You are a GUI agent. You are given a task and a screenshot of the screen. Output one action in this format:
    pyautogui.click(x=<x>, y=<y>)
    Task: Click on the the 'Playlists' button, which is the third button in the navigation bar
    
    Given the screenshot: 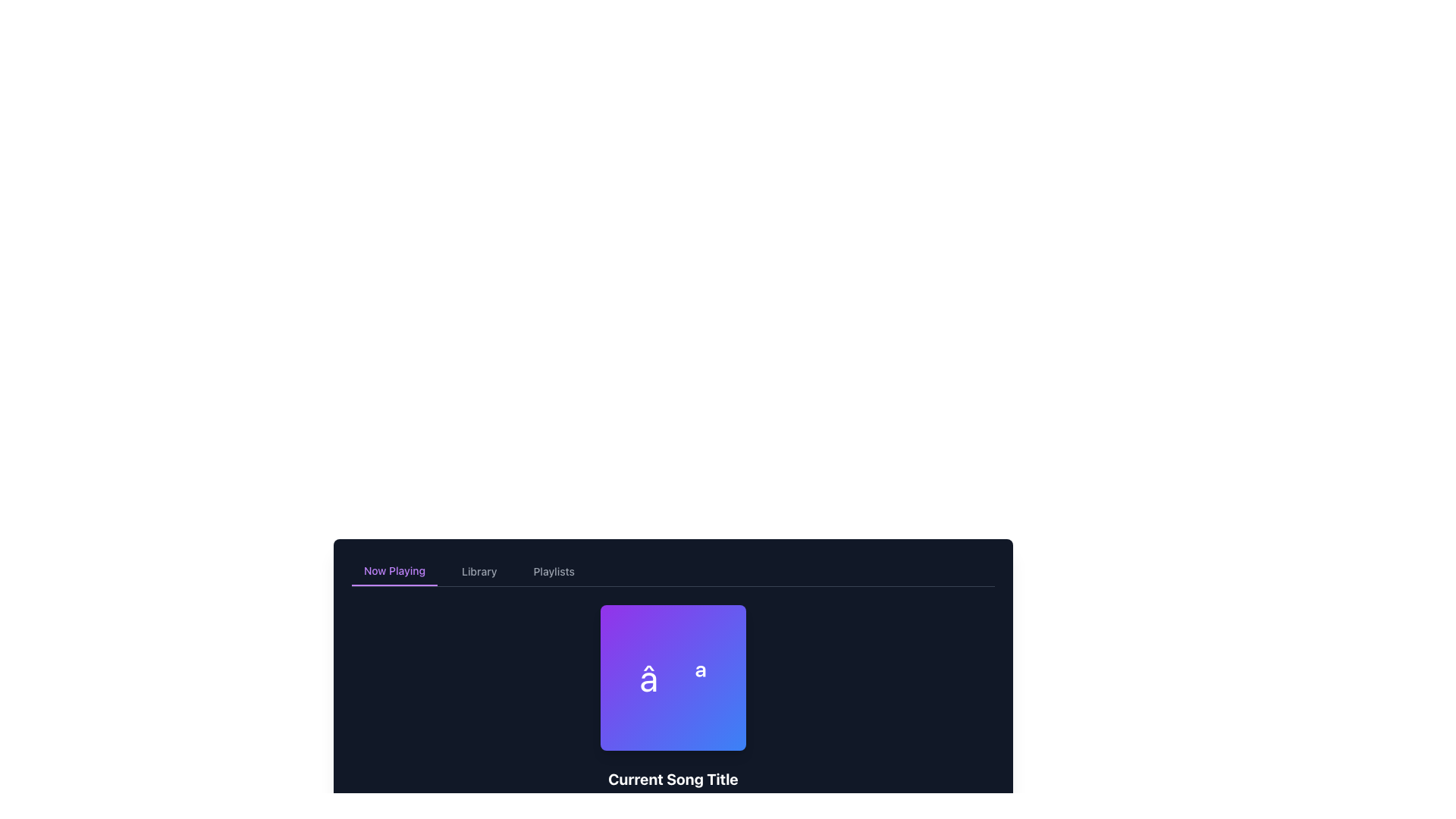 What is the action you would take?
    pyautogui.click(x=553, y=571)
    